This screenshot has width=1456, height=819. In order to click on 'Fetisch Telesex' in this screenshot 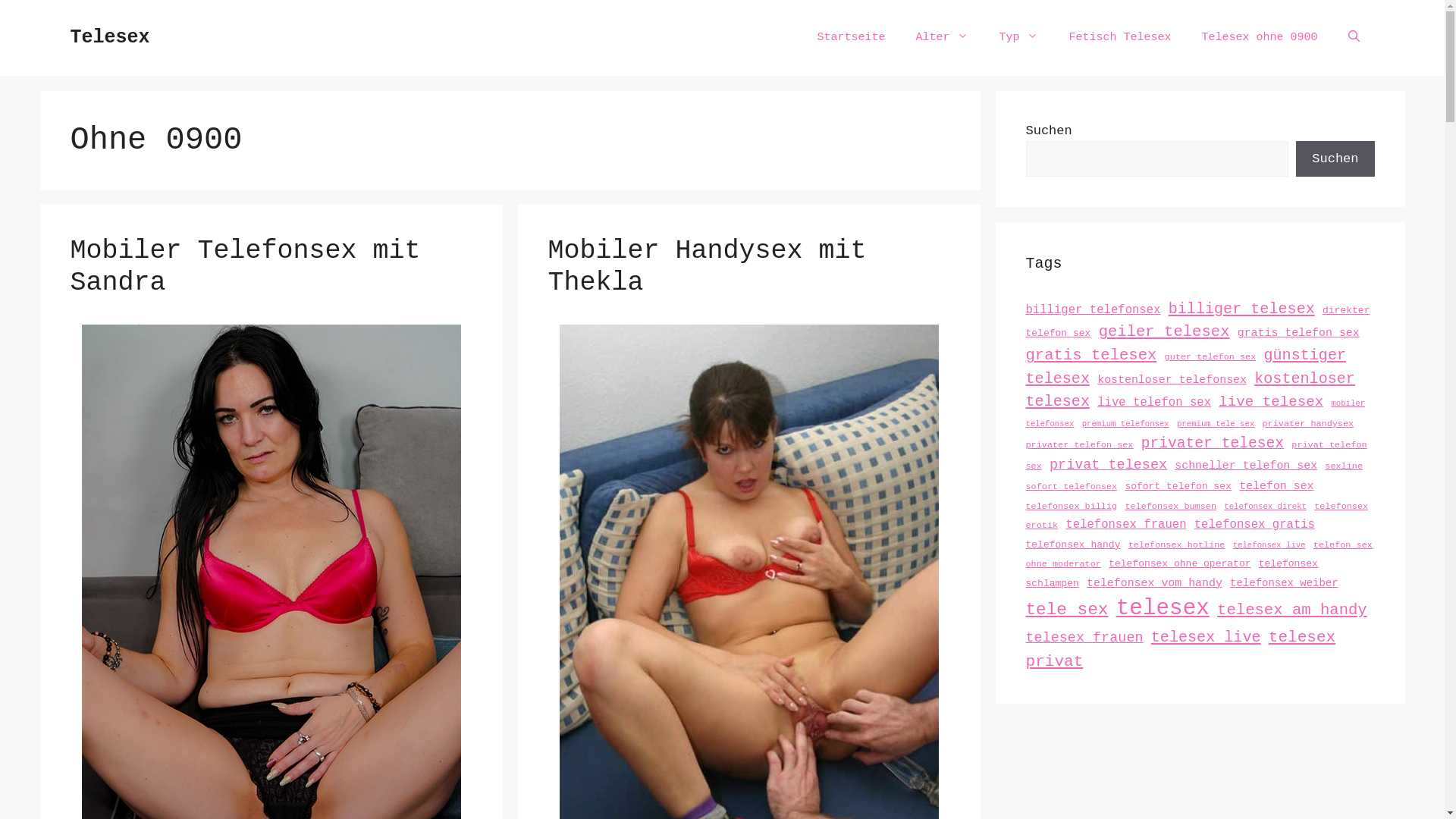, I will do `click(1119, 37)`.